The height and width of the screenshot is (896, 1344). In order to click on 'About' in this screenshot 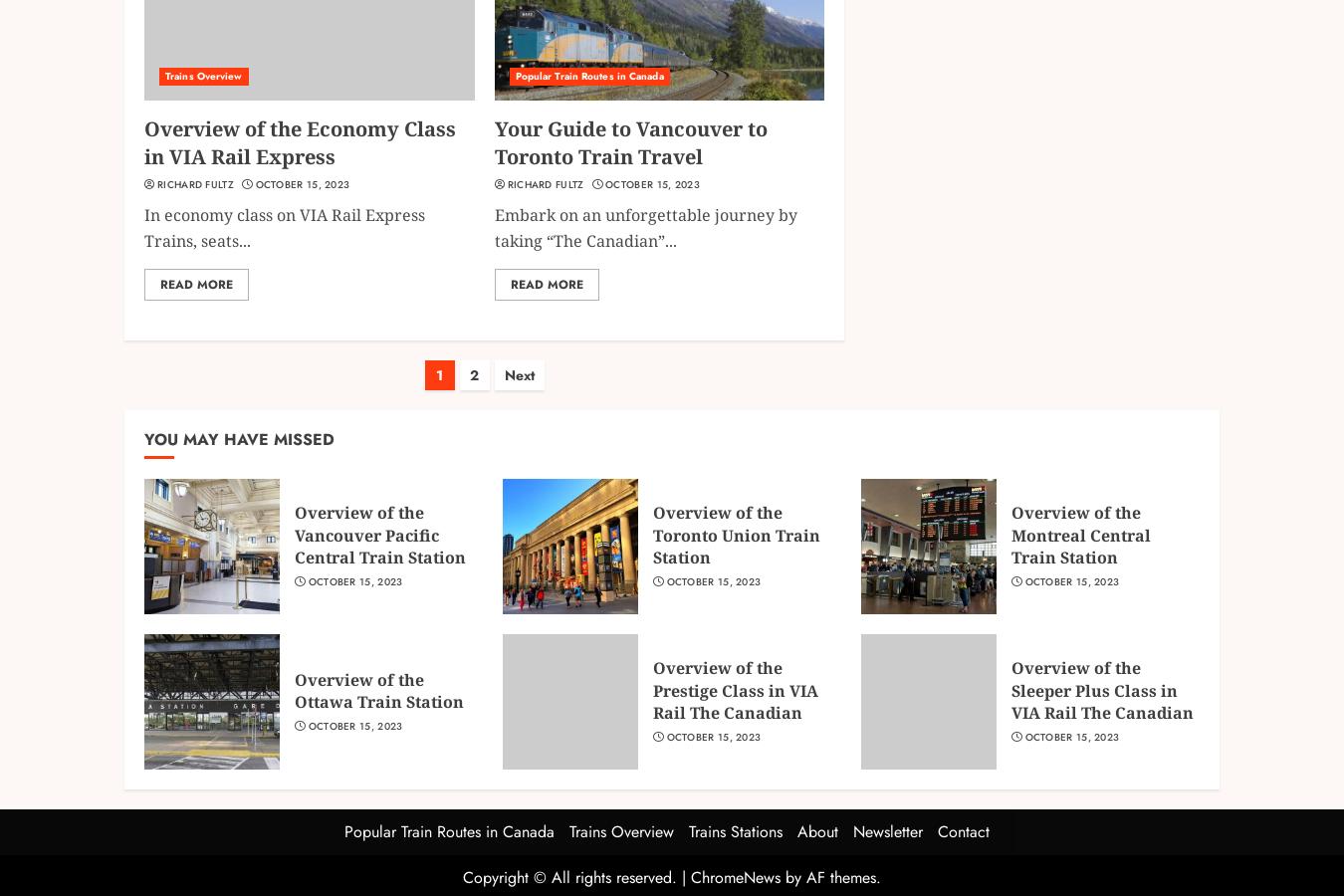, I will do `click(817, 830)`.